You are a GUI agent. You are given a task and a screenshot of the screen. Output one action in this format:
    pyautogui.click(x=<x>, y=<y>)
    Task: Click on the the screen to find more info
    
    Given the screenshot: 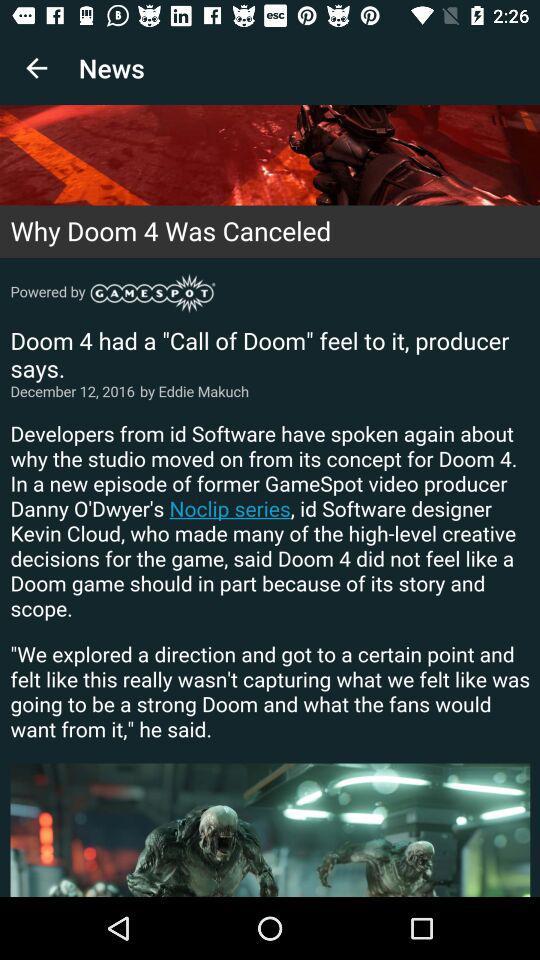 What is the action you would take?
    pyautogui.click(x=270, y=500)
    